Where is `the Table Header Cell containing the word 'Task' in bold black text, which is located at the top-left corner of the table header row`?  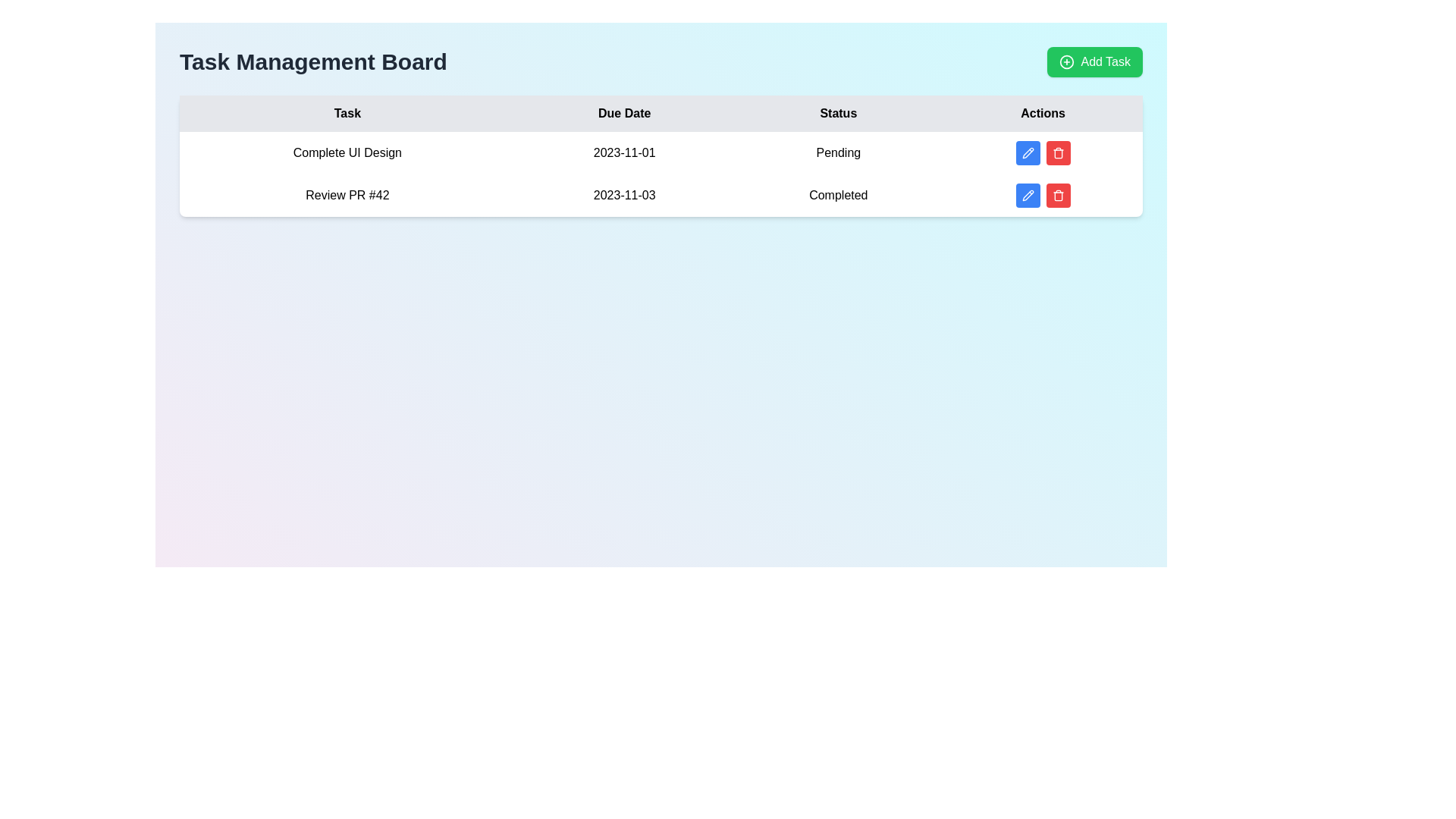 the Table Header Cell containing the word 'Task' in bold black text, which is located at the top-left corner of the table header row is located at coordinates (347, 113).